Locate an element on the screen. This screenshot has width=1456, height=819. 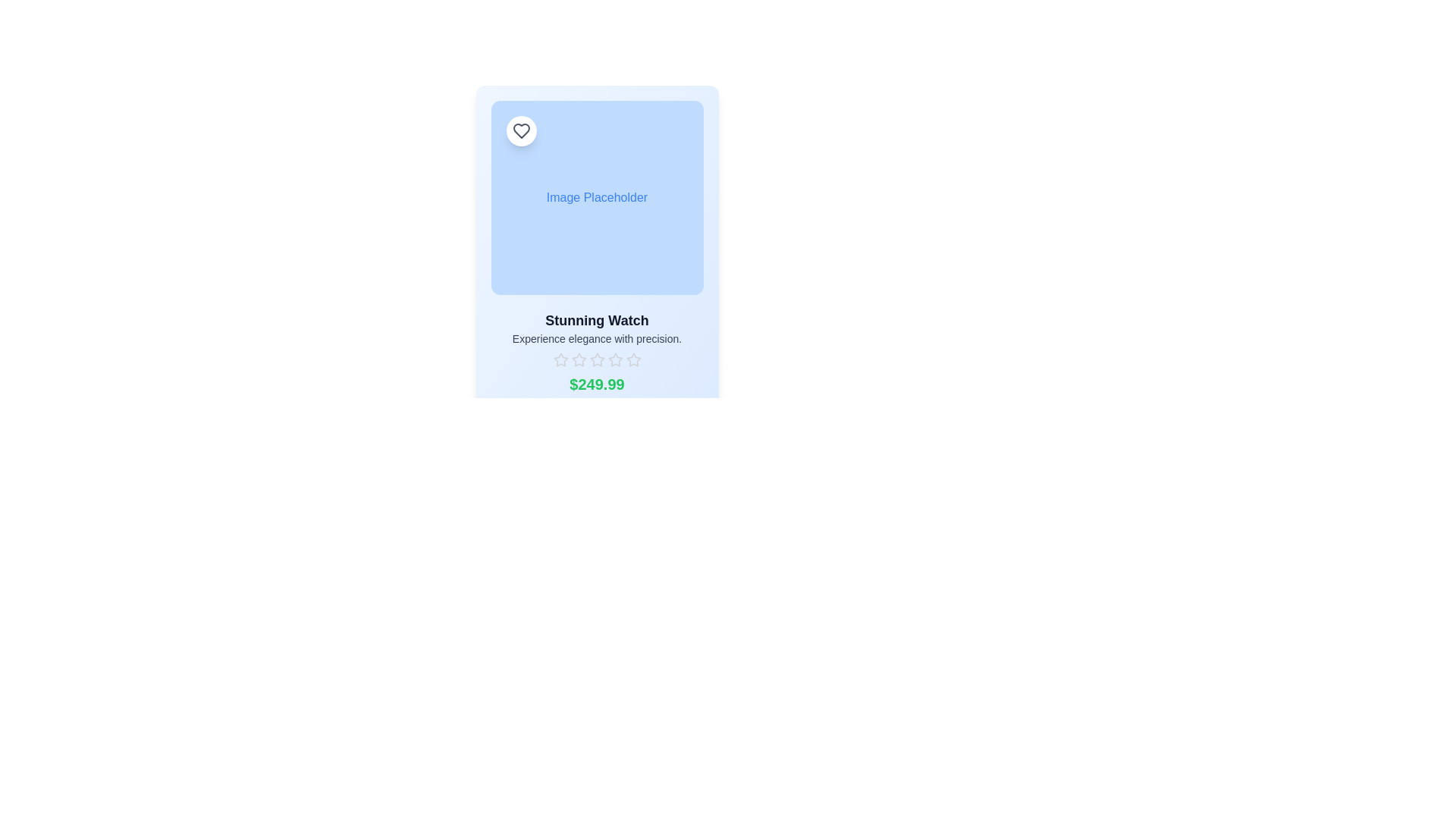
the first star-shaped icon in the rating system, which is gray with an outline design, located centrally in the lower section of the card is located at coordinates (560, 359).